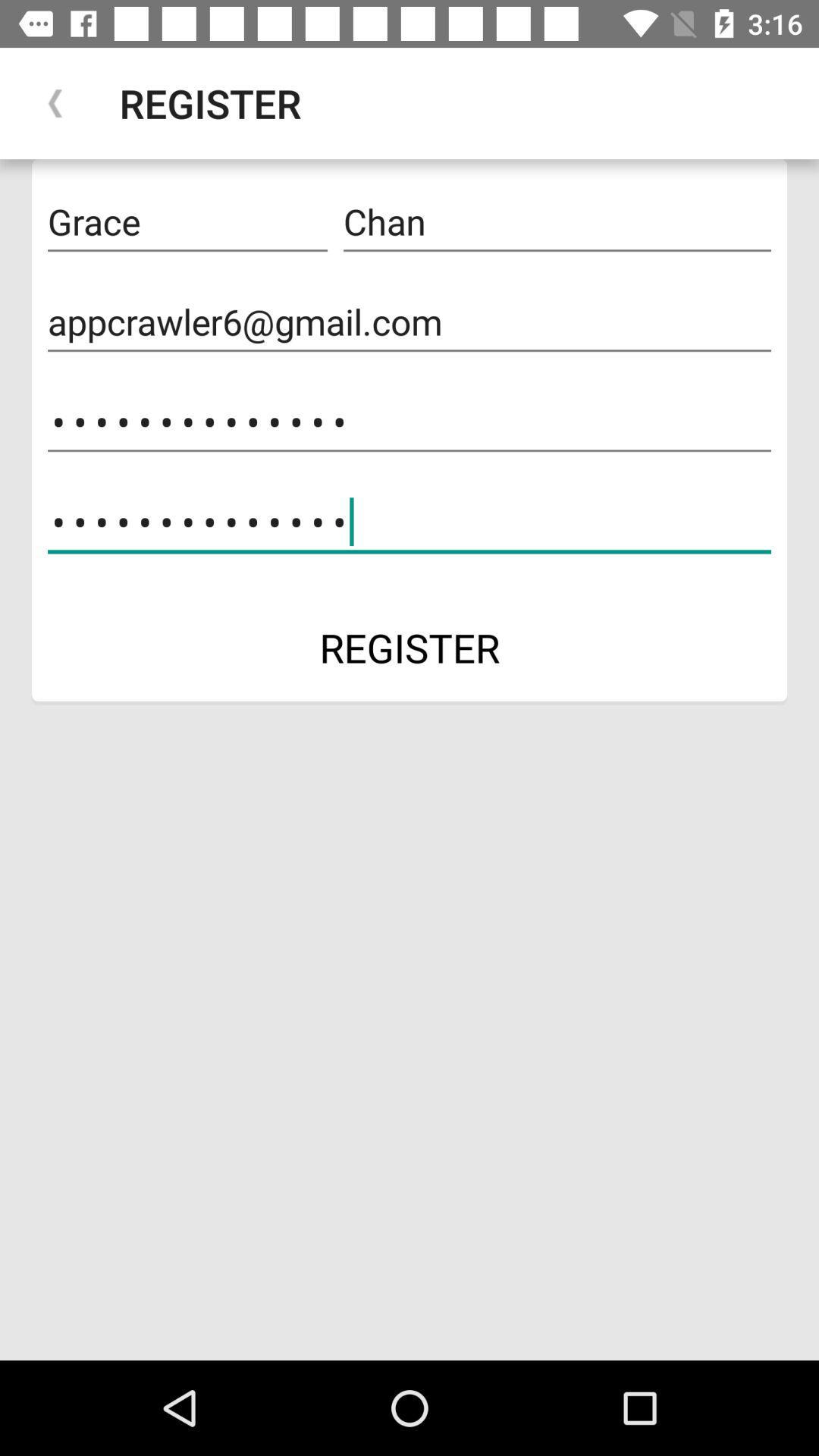 The width and height of the screenshot is (819, 1456). What do you see at coordinates (557, 221) in the screenshot?
I see `the icon to the right of the grace` at bounding box center [557, 221].